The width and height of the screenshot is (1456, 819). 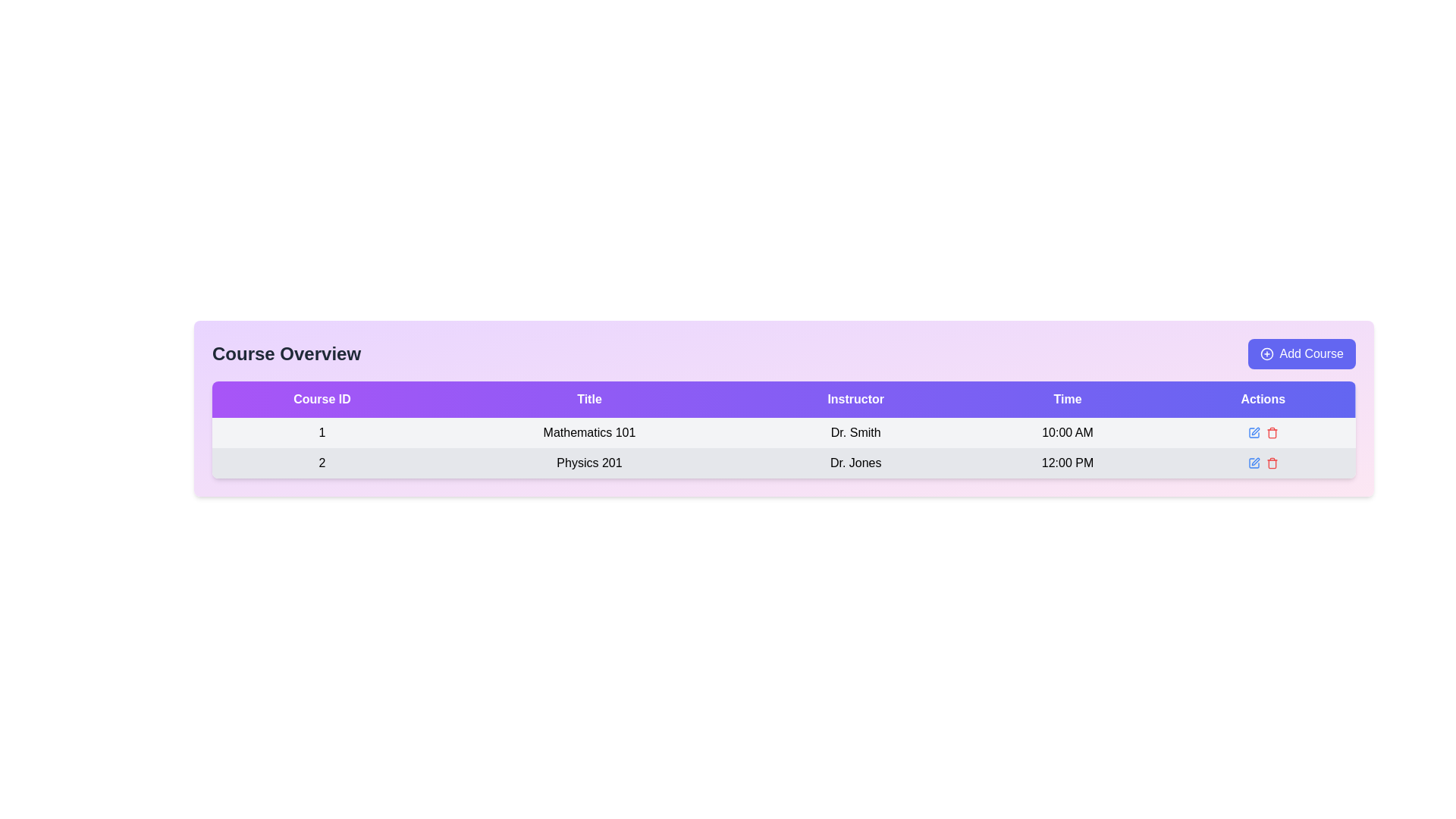 What do you see at coordinates (588, 432) in the screenshot?
I see `title of the first course listed in the table under the 'Course Overview' heading, located in the second column of the first row, positioned between the 'Course ID' column and the 'Instructor' column` at bounding box center [588, 432].